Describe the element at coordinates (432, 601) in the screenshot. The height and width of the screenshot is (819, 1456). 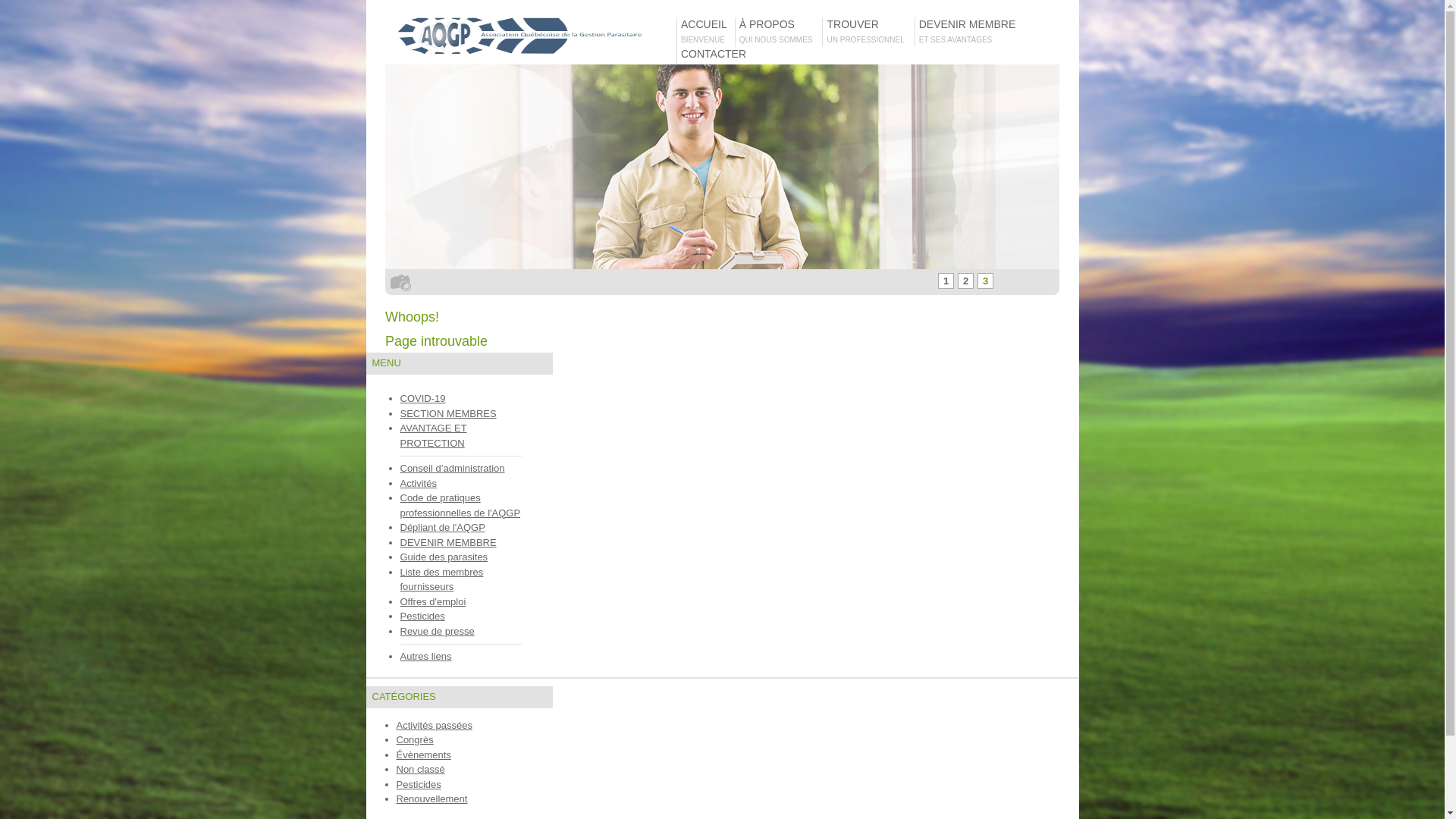
I see `'Offres d'emploi'` at that location.